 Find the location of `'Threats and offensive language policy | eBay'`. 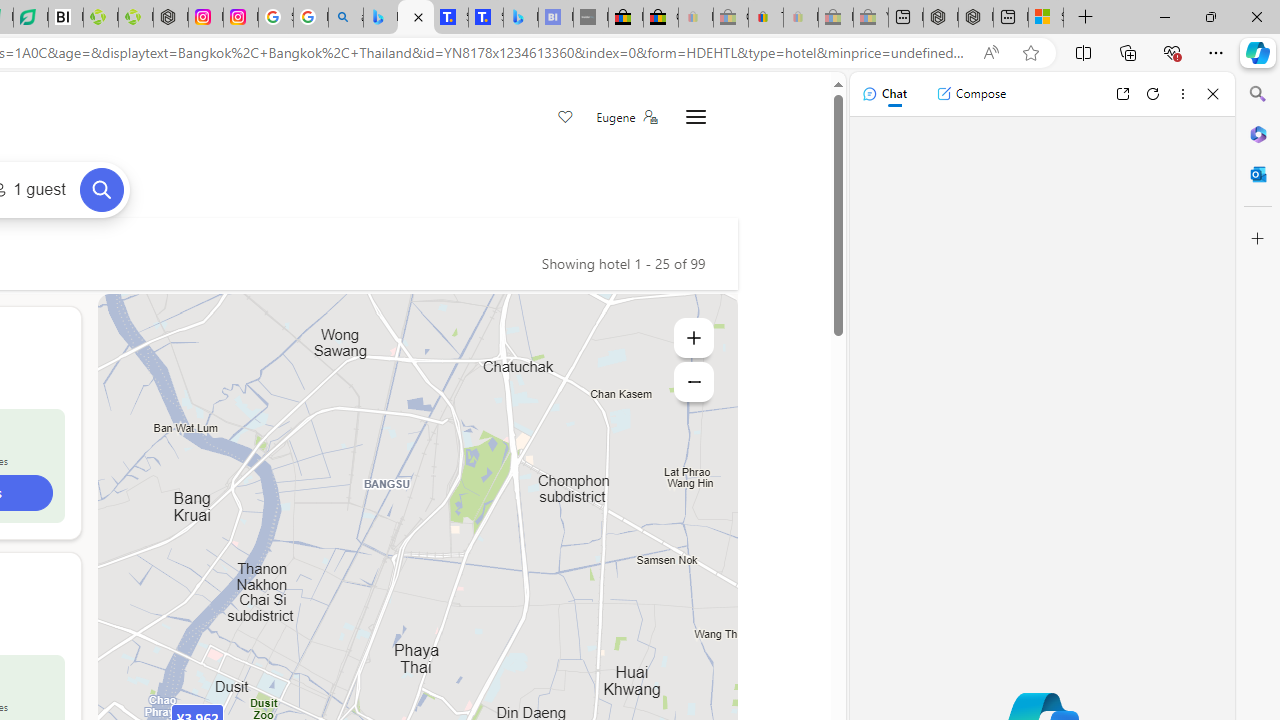

'Threats and offensive language policy | eBay' is located at coordinates (765, 17).